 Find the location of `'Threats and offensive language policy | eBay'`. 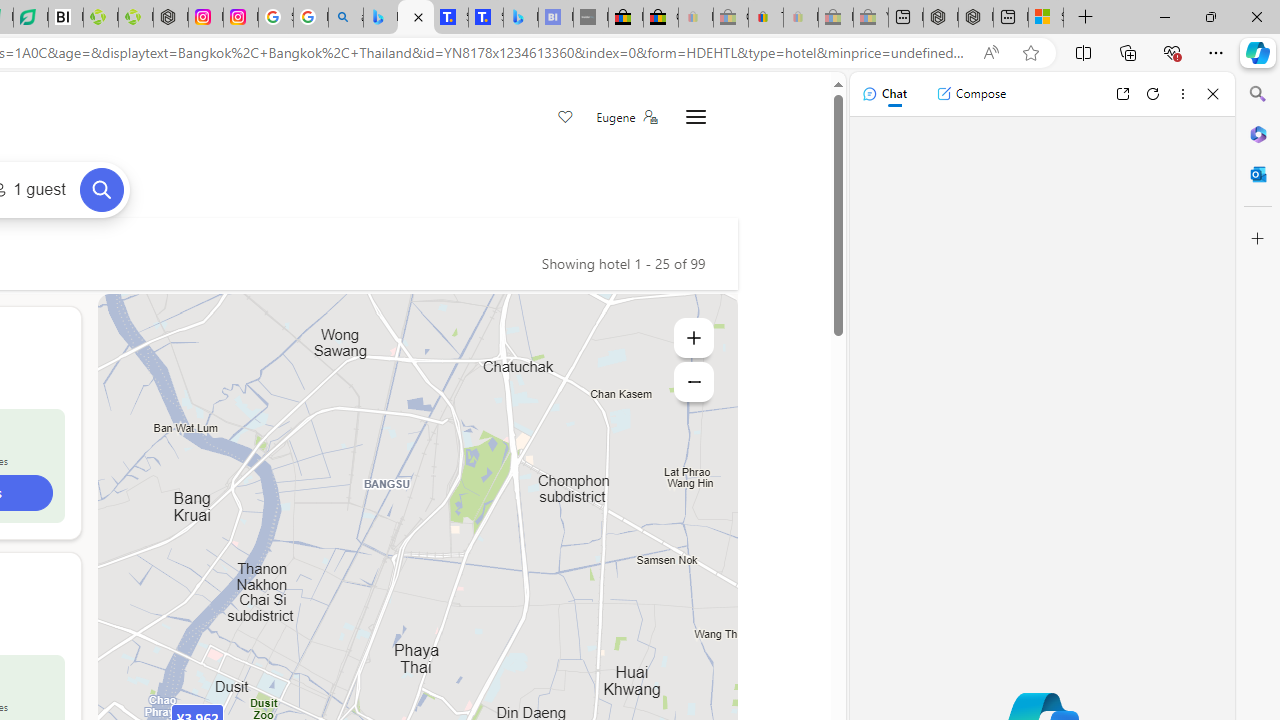

'Threats and offensive language policy | eBay' is located at coordinates (765, 17).